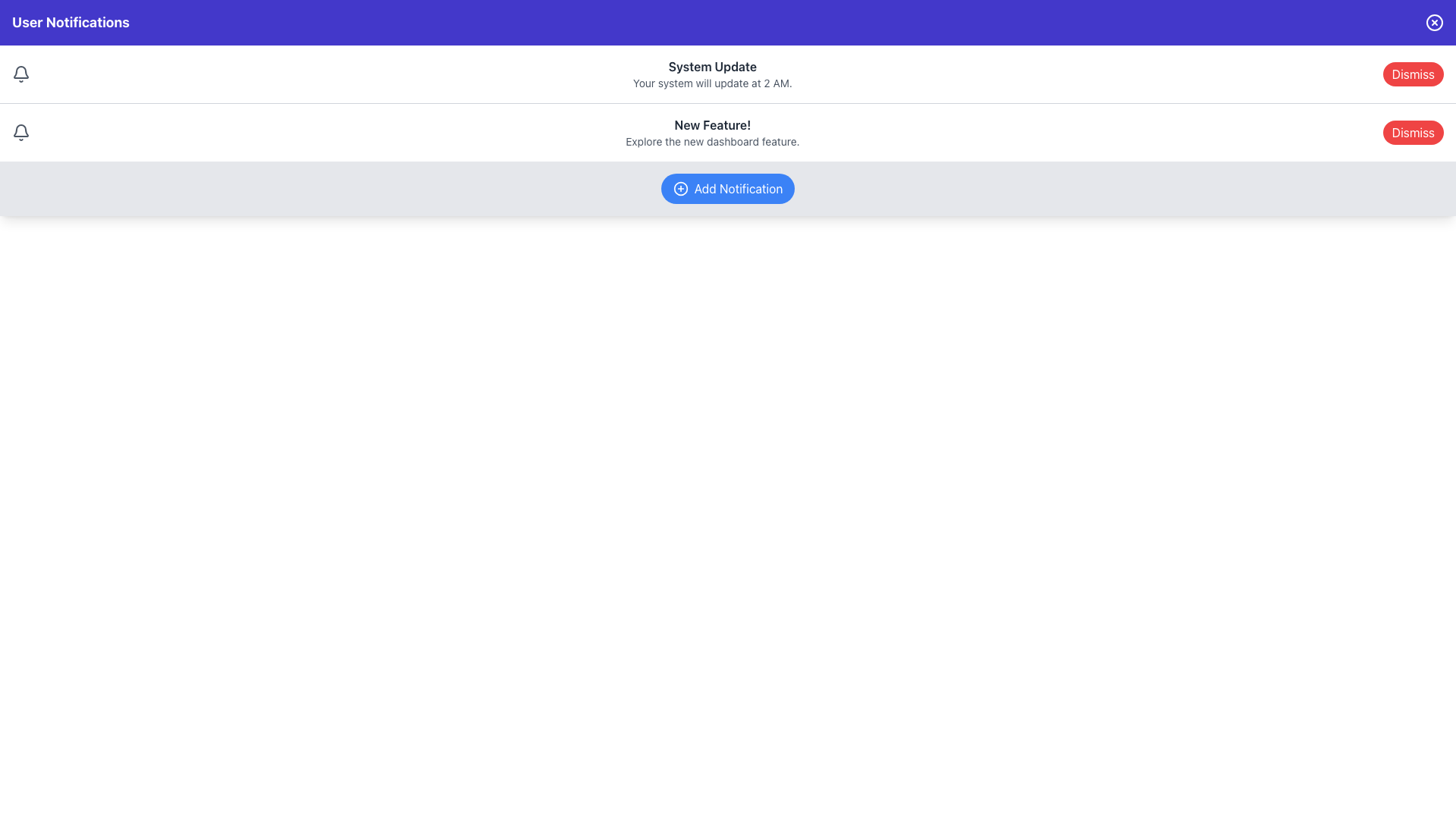  What do you see at coordinates (21, 131) in the screenshot?
I see `the notification icon, which is the first element within a notification card, located` at bounding box center [21, 131].